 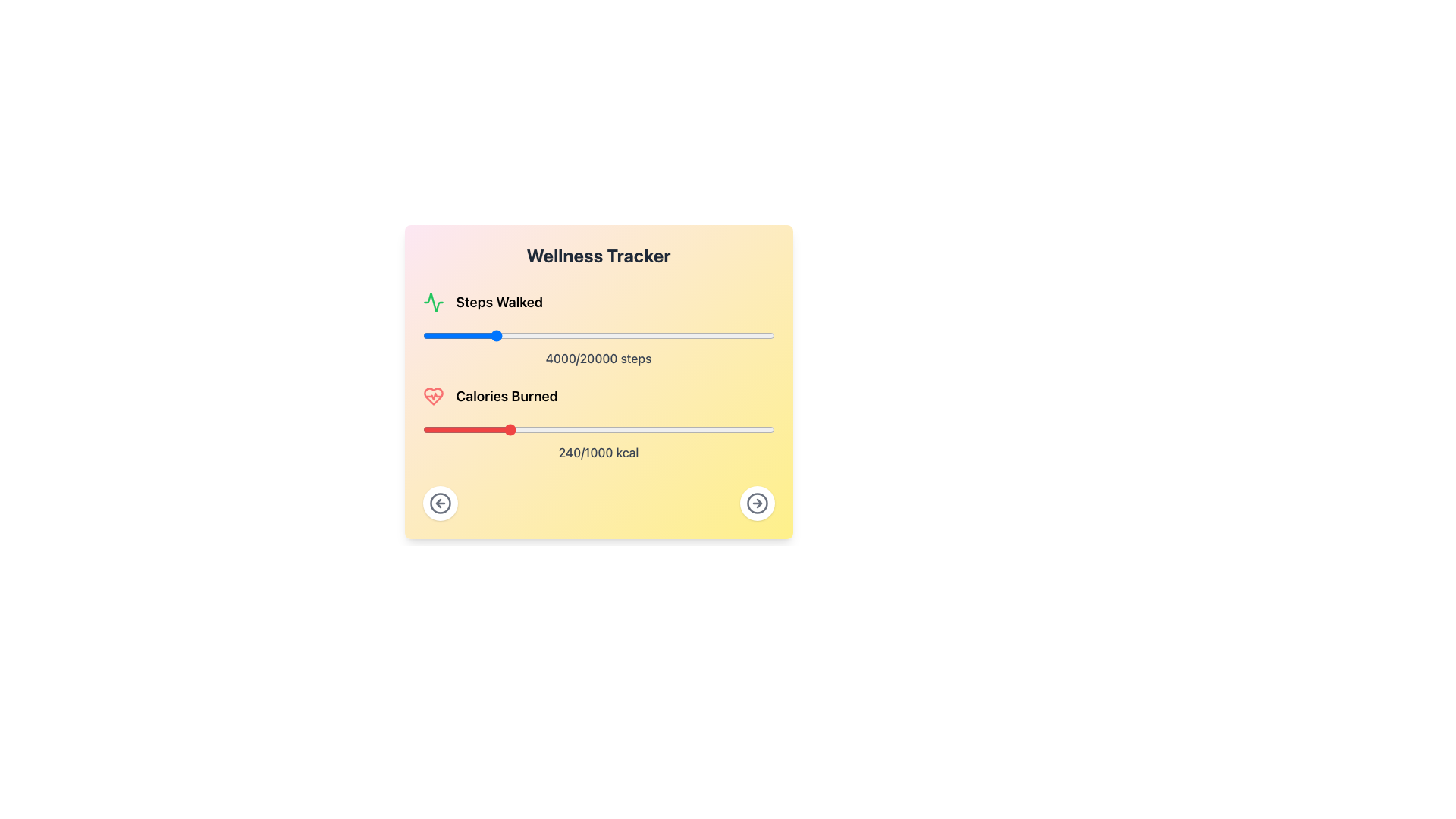 I want to click on the steps walked, so click(x=762, y=335).